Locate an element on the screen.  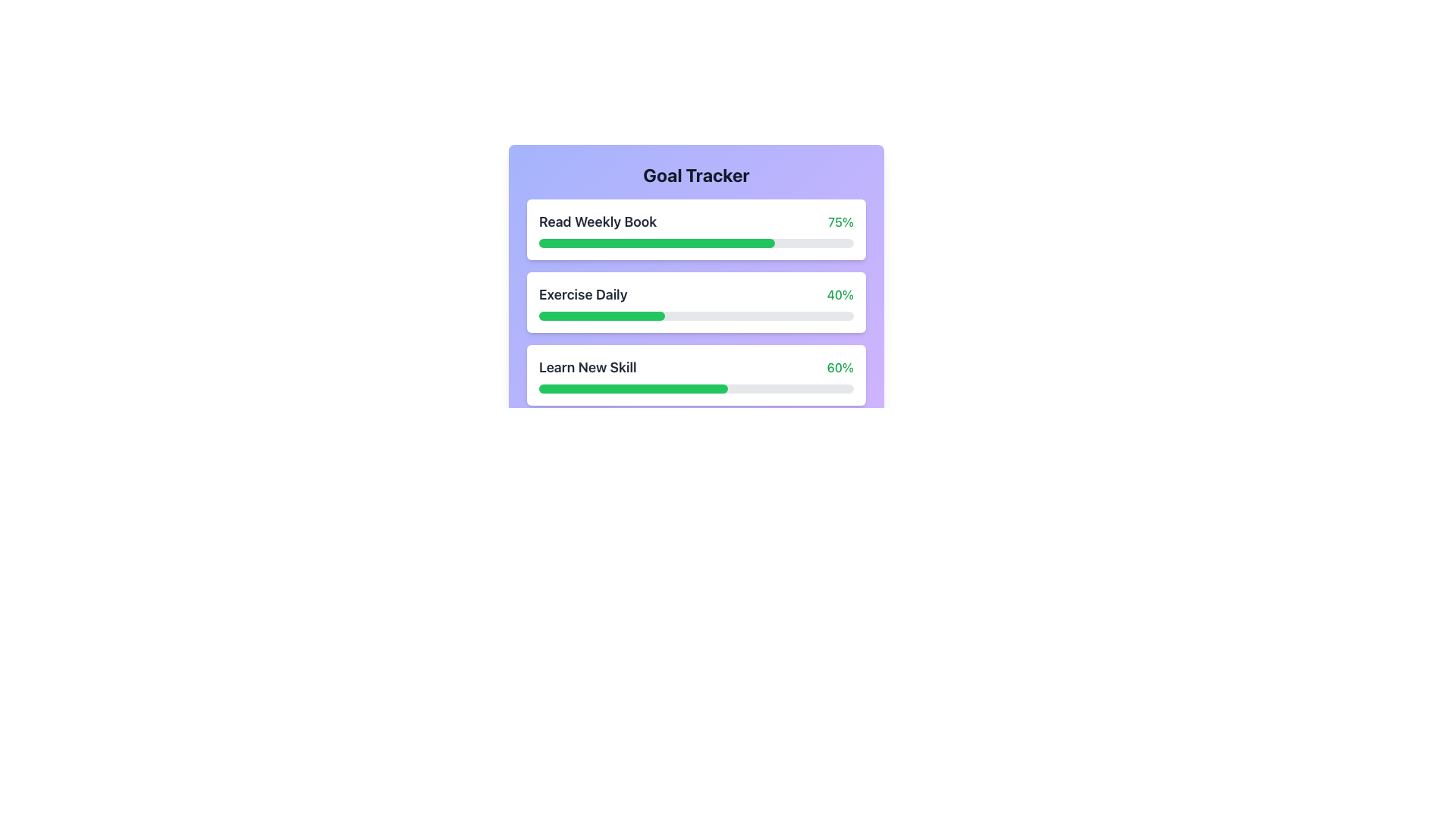
the second progress bar representing 40% completion for the task 'Exercise Daily' is located at coordinates (601, 315).